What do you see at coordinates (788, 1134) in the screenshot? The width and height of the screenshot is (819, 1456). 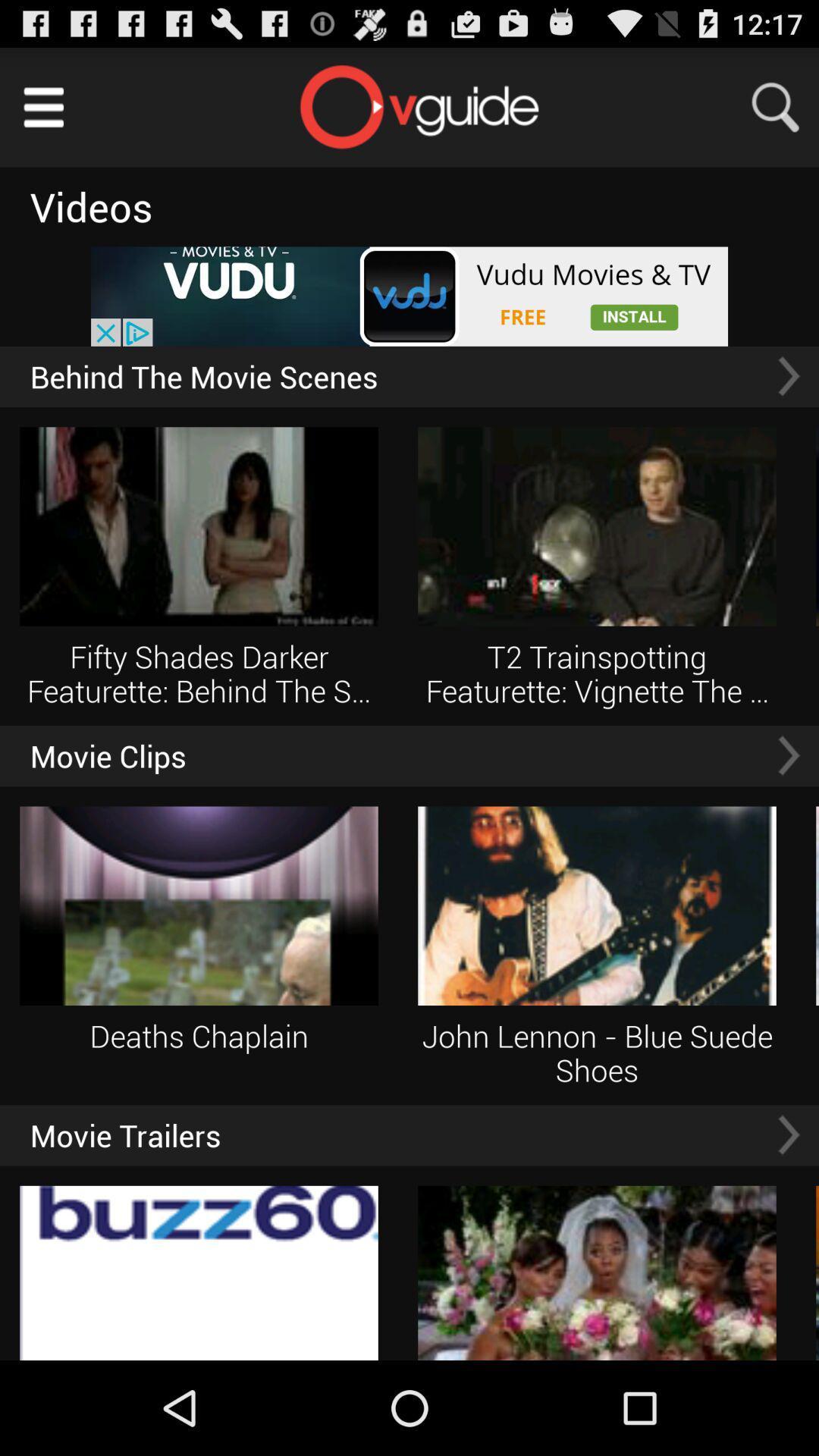 I see `advances to next page` at bounding box center [788, 1134].